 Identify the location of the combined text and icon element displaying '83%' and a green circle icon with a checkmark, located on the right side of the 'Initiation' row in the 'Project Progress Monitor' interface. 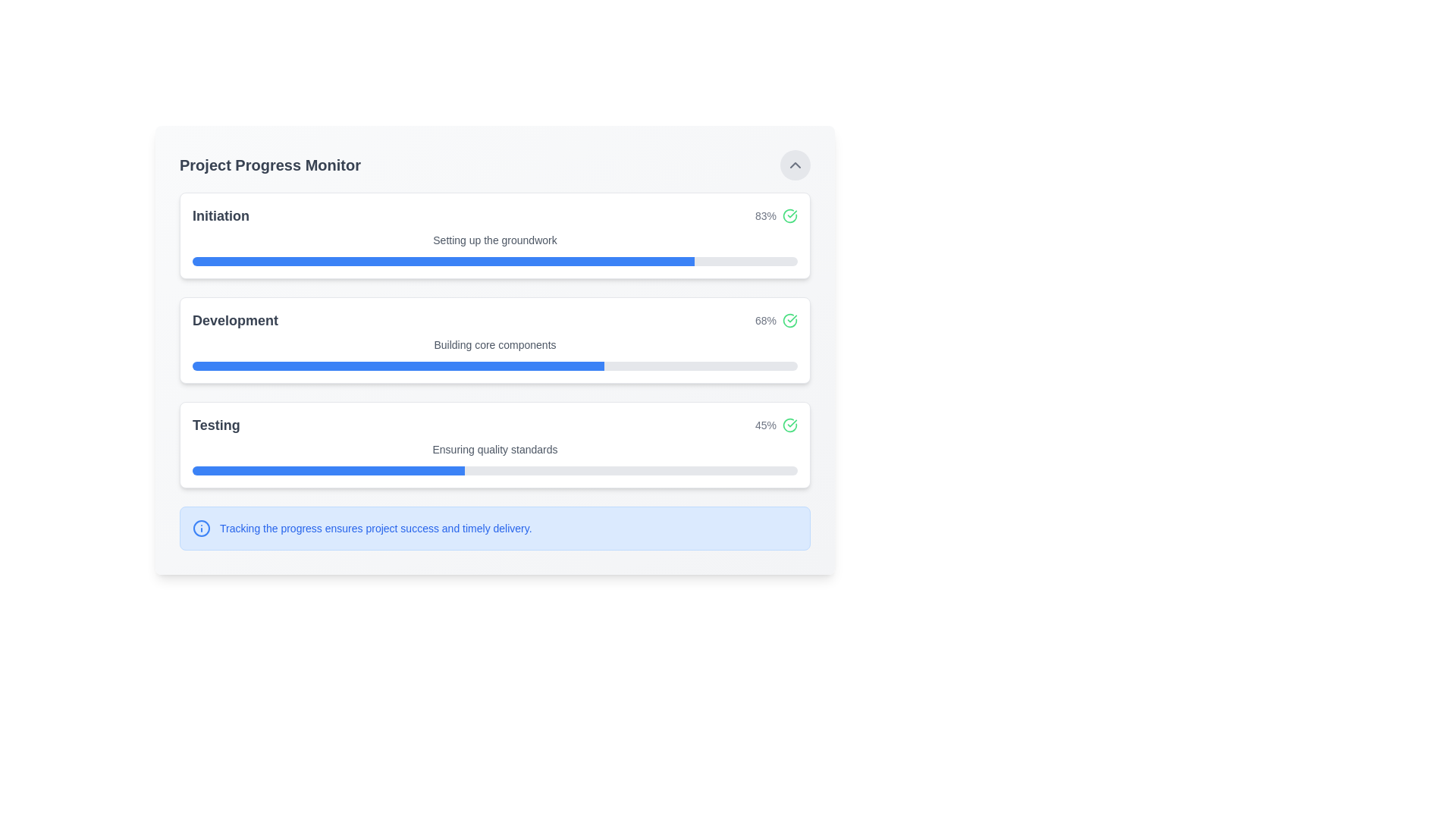
(776, 216).